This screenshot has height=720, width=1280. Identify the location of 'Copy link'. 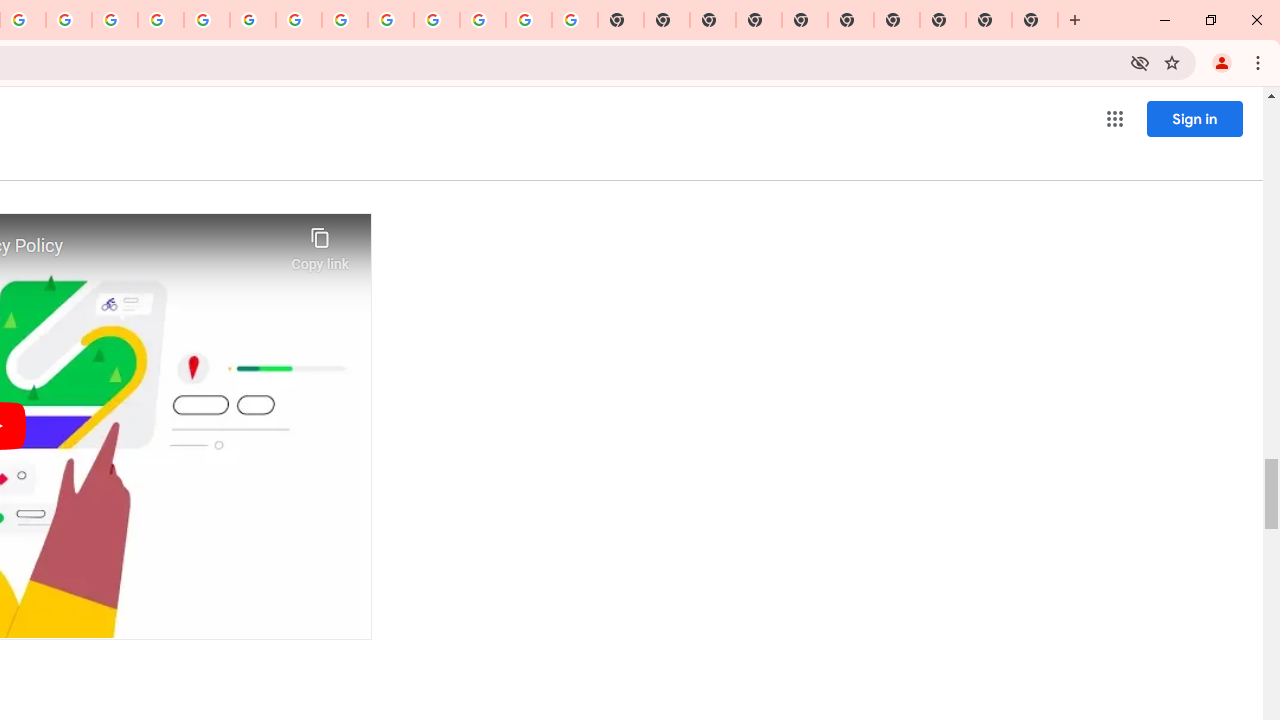
(320, 243).